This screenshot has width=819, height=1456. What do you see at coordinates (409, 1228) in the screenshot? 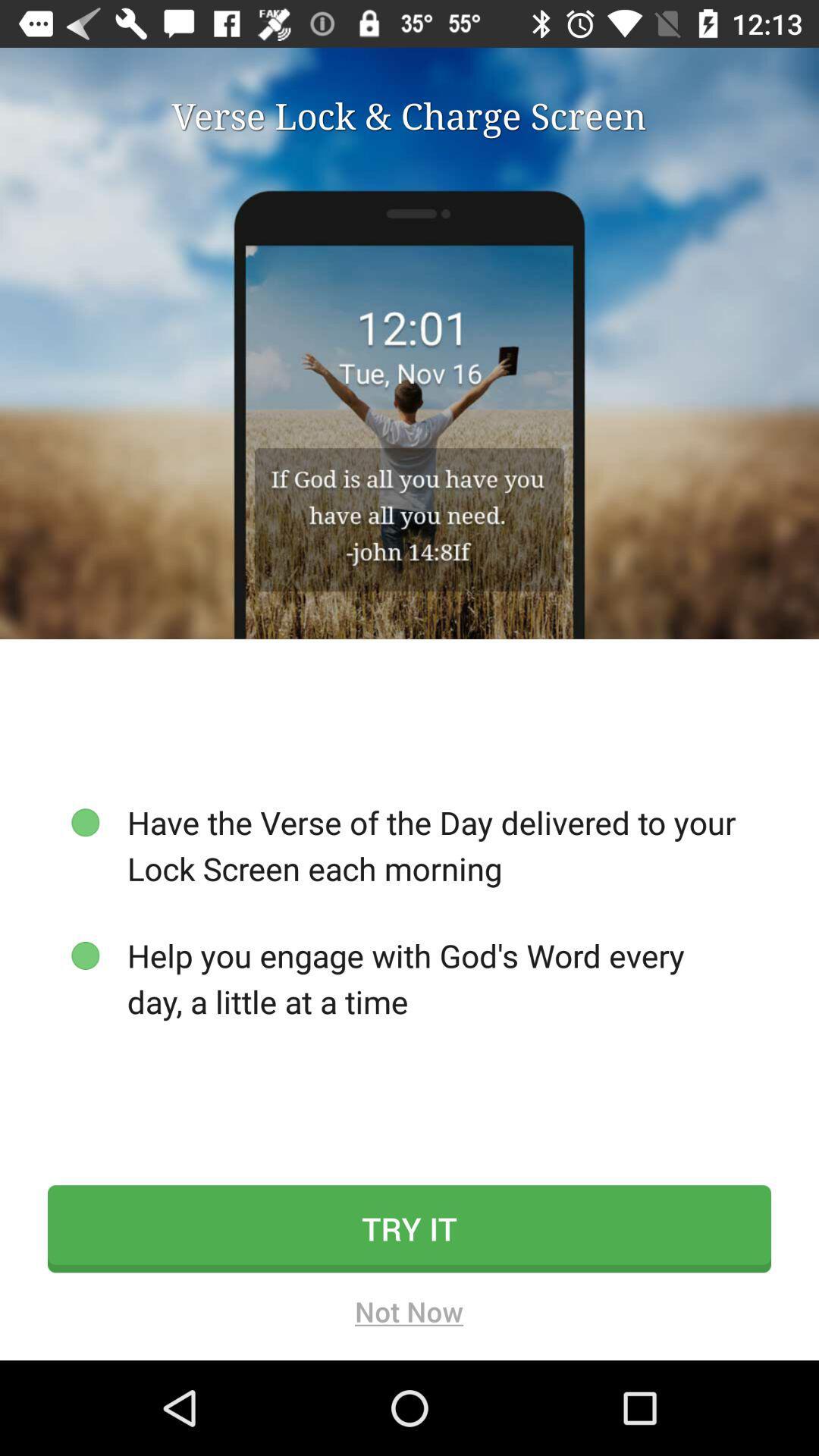
I see `the icon above not now icon` at bounding box center [409, 1228].